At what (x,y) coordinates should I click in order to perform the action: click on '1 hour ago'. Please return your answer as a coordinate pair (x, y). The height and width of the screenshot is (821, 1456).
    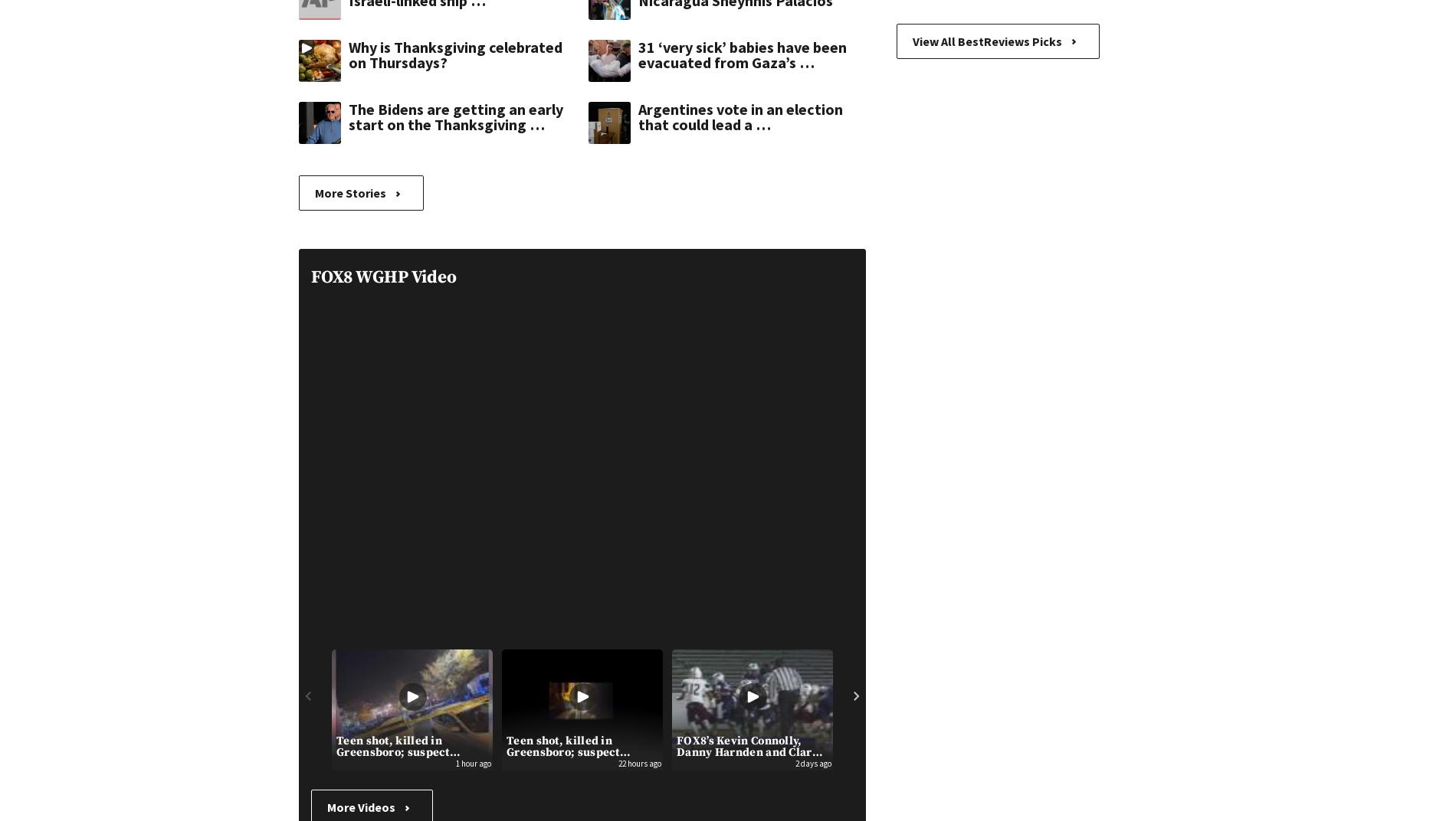
    Looking at the image, I should click on (474, 762).